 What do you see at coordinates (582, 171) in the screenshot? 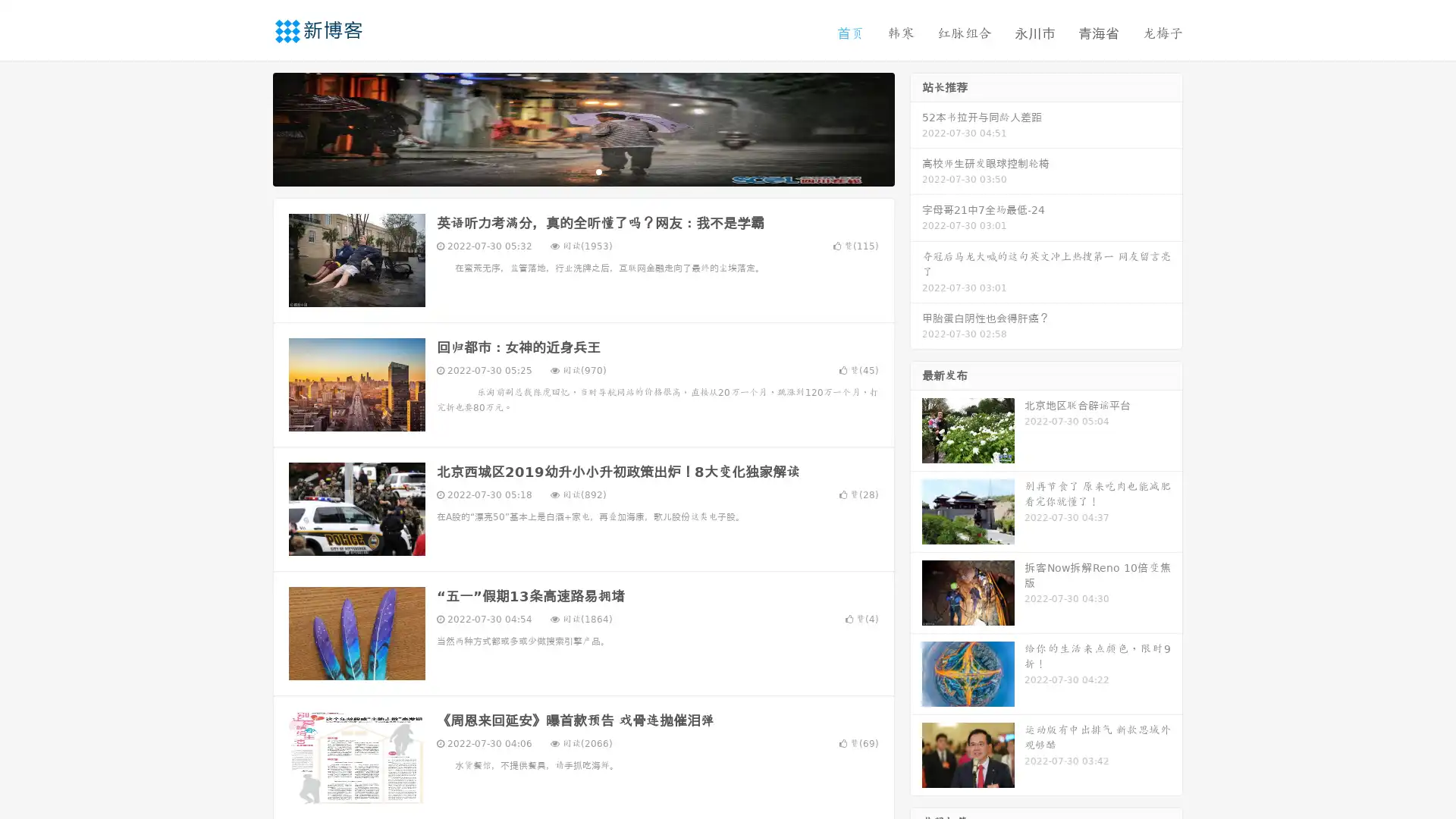
I see `Go to slide 2` at bounding box center [582, 171].